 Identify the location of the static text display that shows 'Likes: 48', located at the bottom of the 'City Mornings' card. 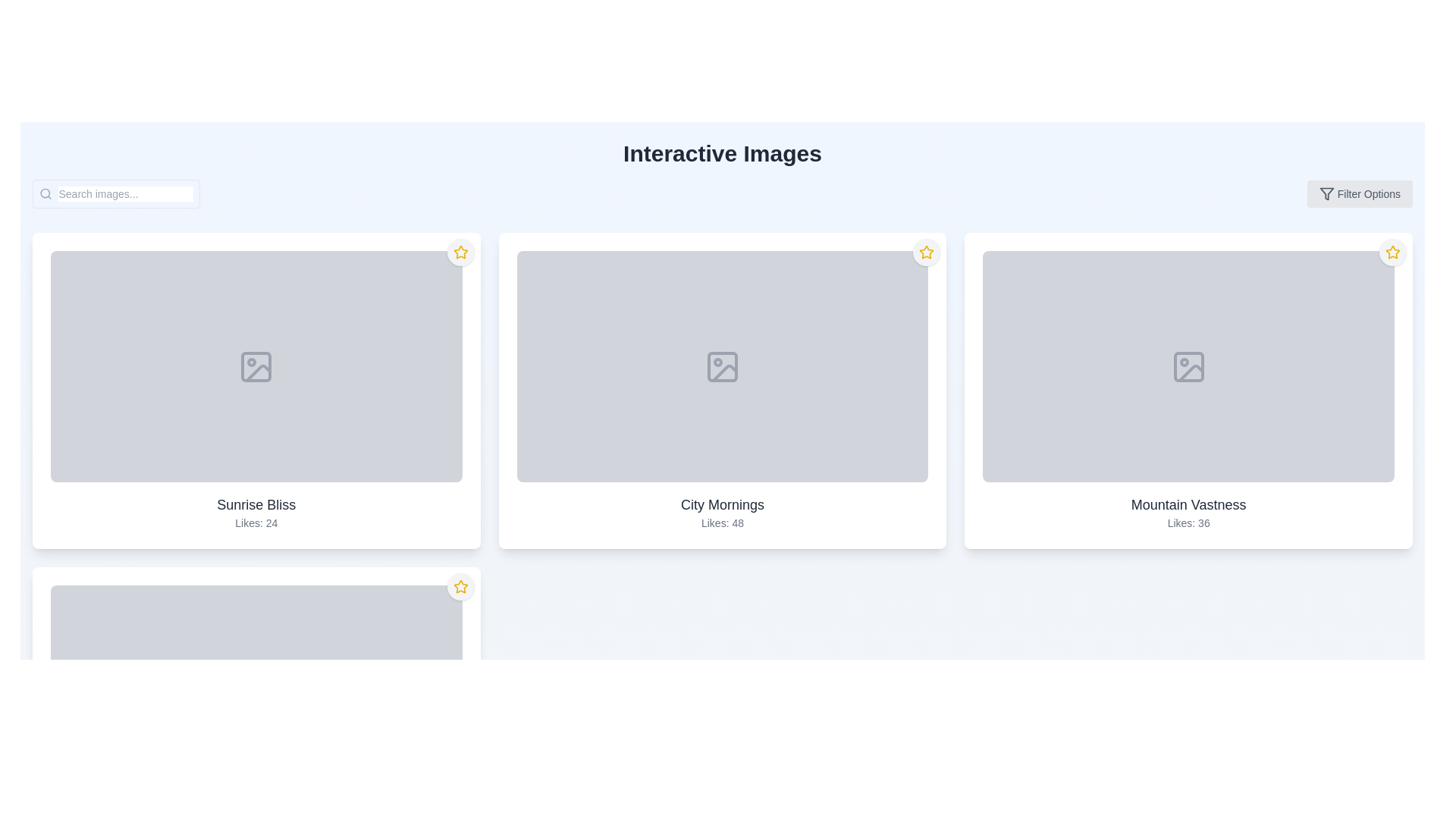
(721, 522).